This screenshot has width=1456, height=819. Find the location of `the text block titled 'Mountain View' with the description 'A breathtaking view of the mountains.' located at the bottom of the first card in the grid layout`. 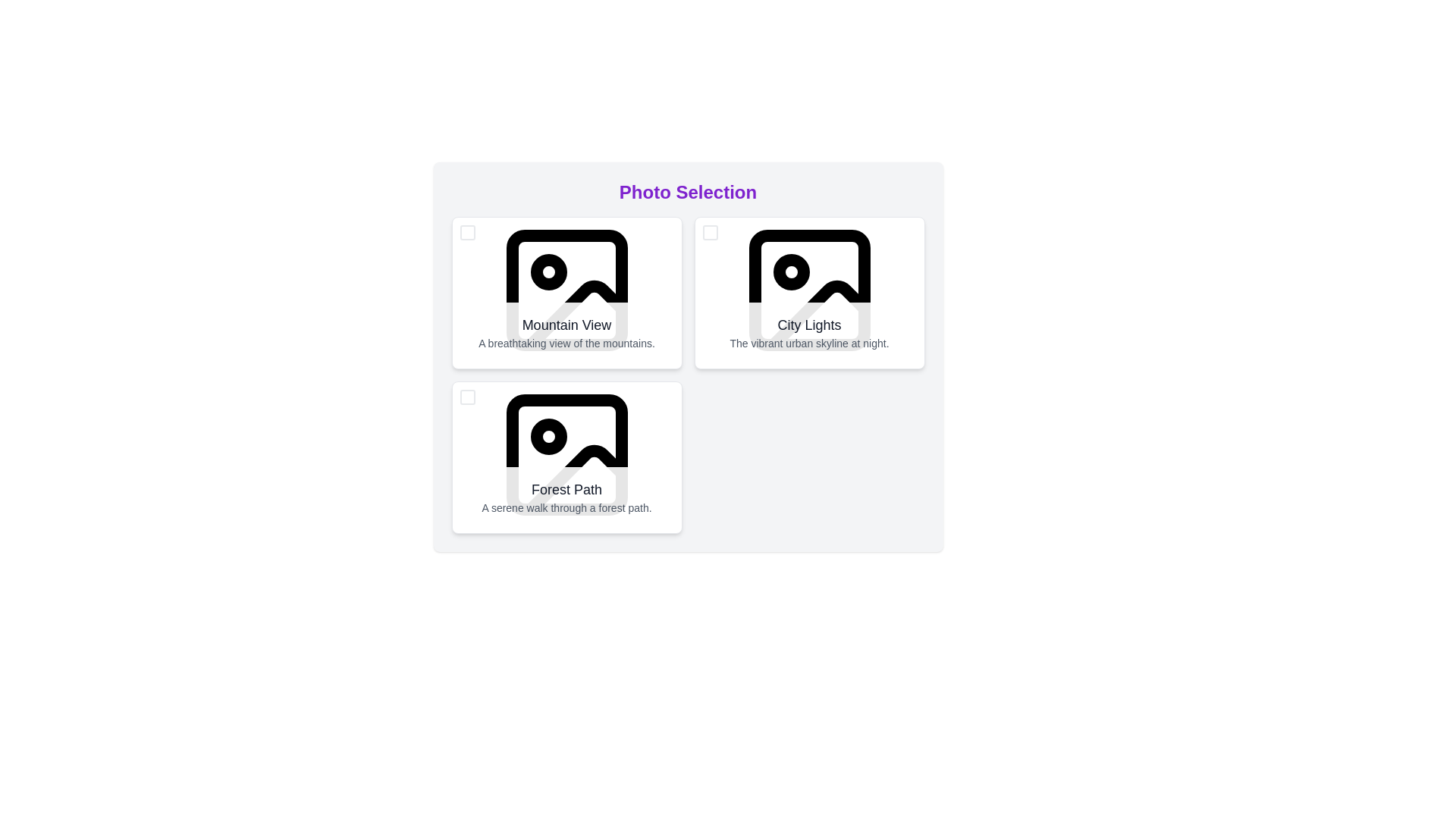

the text block titled 'Mountain View' with the description 'A breathtaking view of the mountains.' located at the bottom of the first card in the grid layout is located at coordinates (566, 332).